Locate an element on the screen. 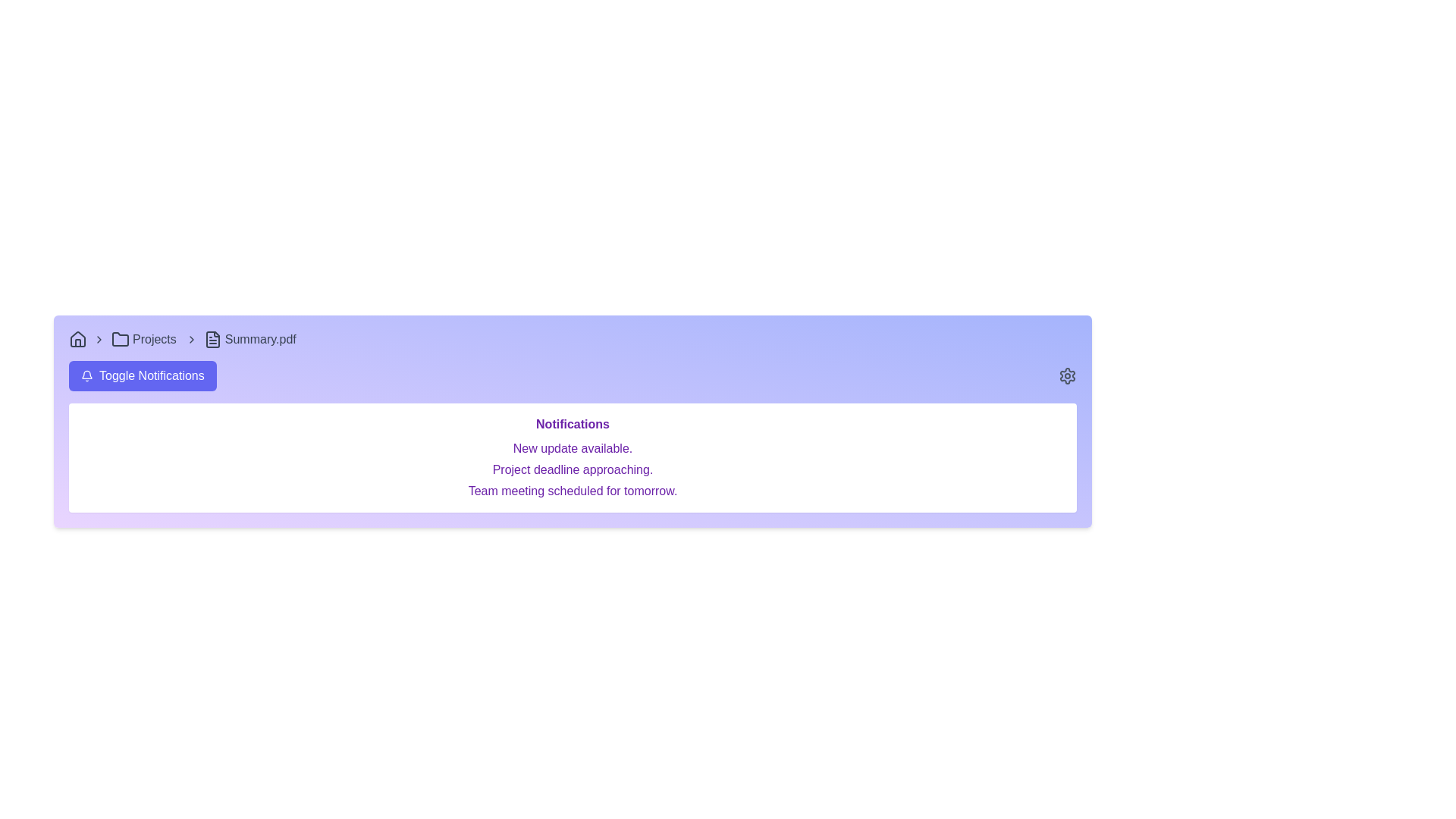 The image size is (1456, 819). the document icon representing 'Summary.pdf' in the breadcrumb navigation by clicking on it is located at coordinates (212, 338).